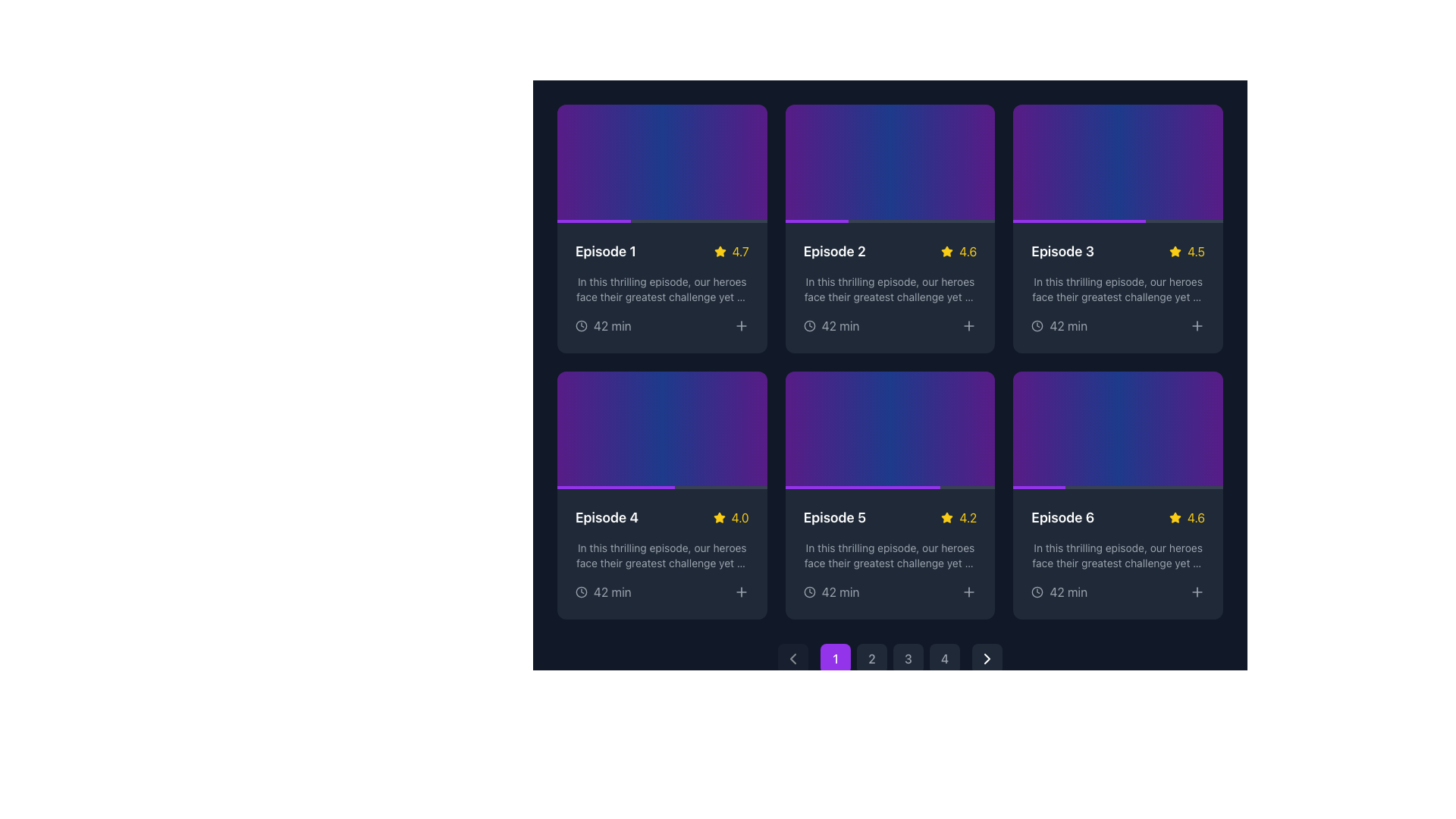  I want to click on the text display indicating the duration of the content (42 minutes) located at the bottom of the first episode card, below the description text and alongside a clock icon, so click(612, 325).